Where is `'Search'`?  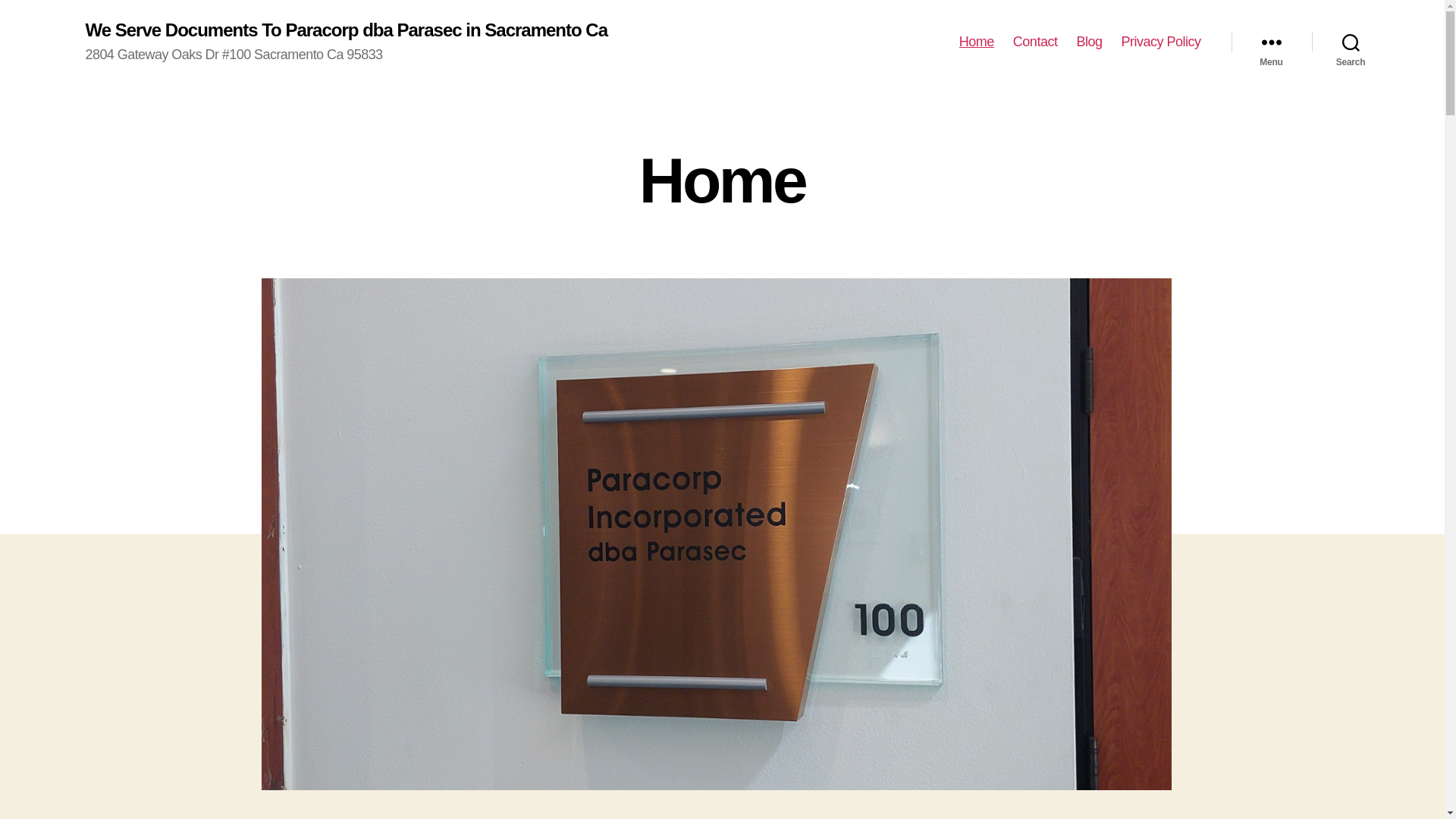 'Search' is located at coordinates (1351, 42).